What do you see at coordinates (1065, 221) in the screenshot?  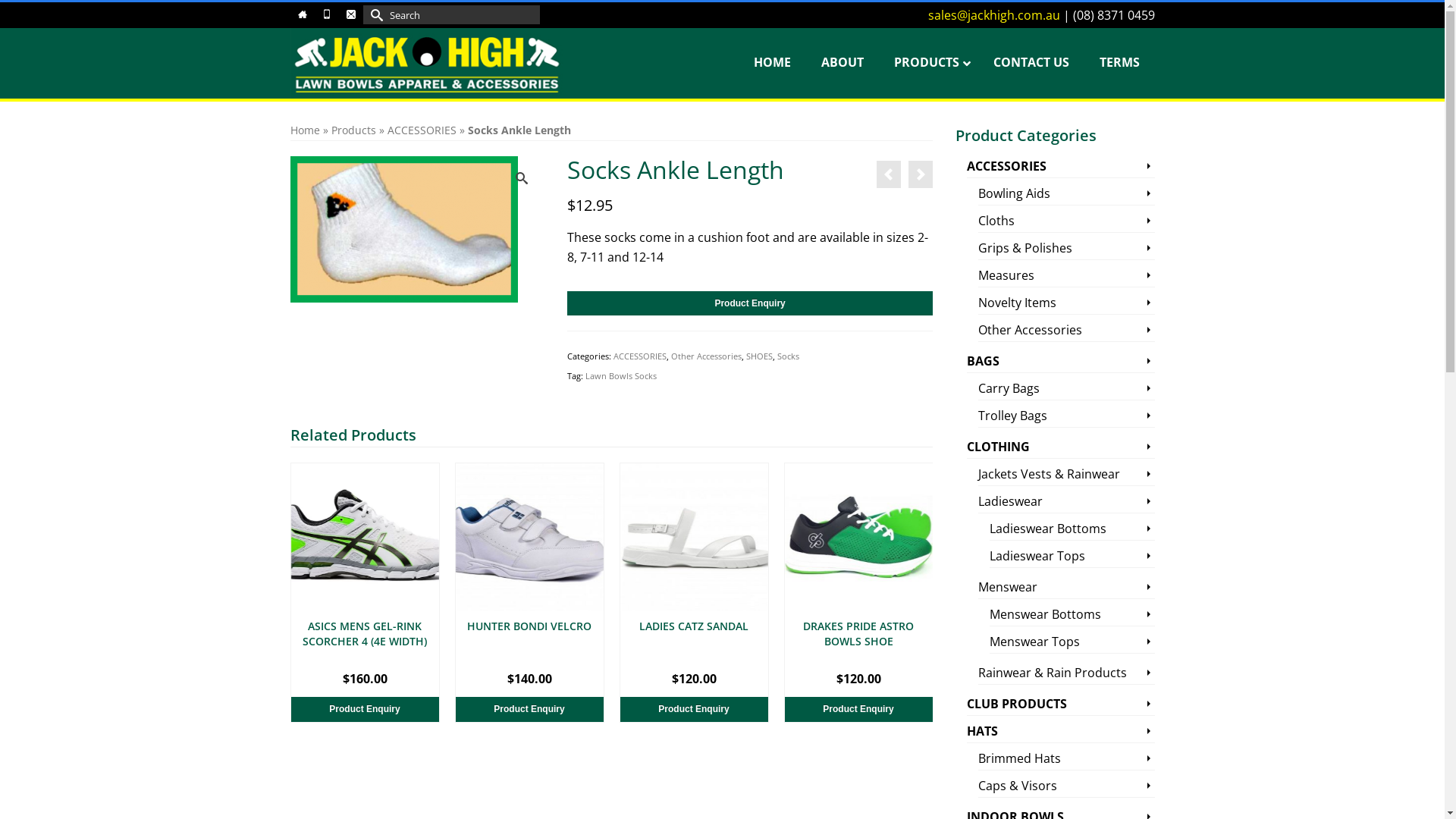 I see `'Cloths'` at bounding box center [1065, 221].